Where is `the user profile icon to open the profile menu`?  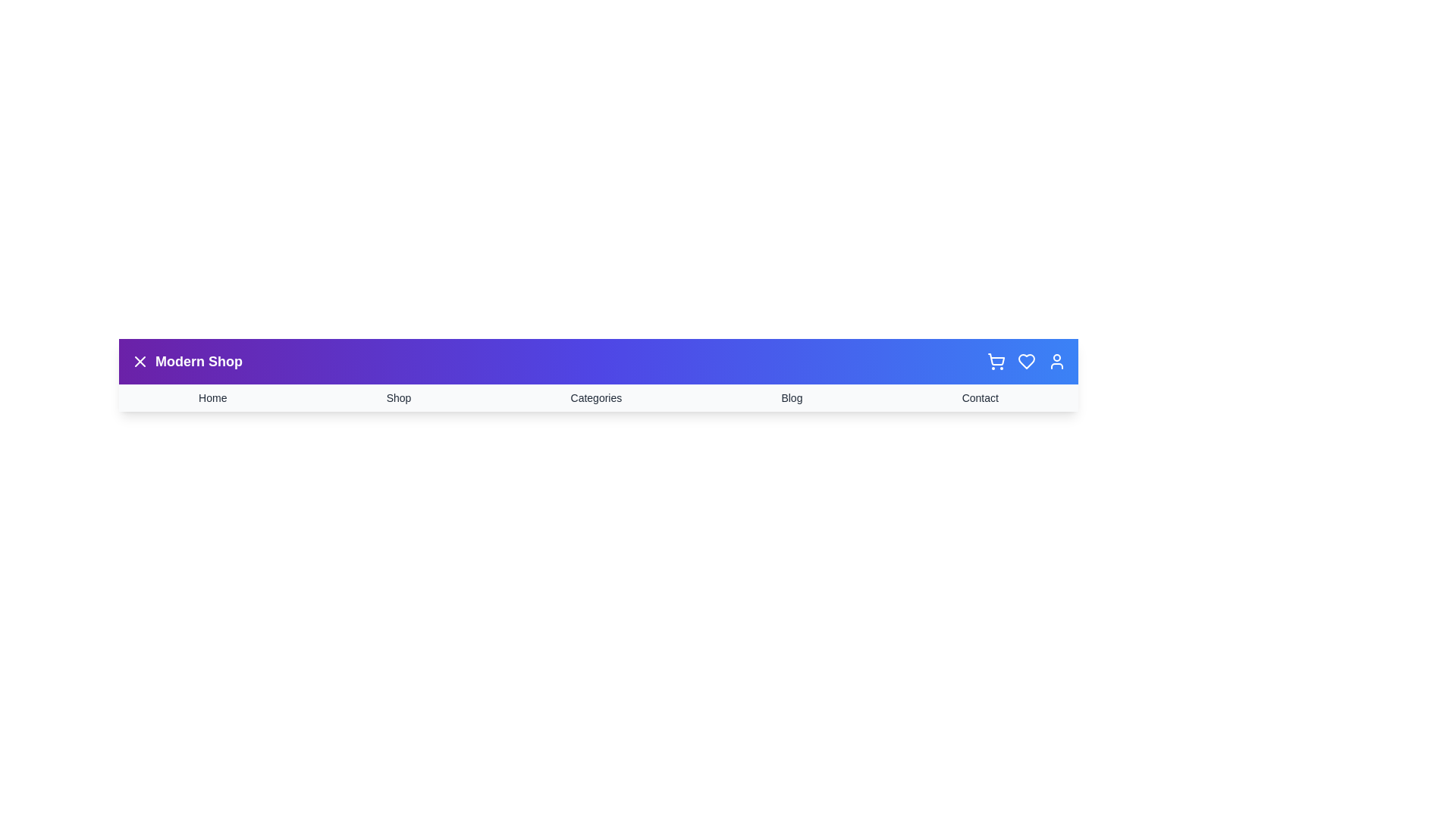
the user profile icon to open the profile menu is located at coordinates (1056, 362).